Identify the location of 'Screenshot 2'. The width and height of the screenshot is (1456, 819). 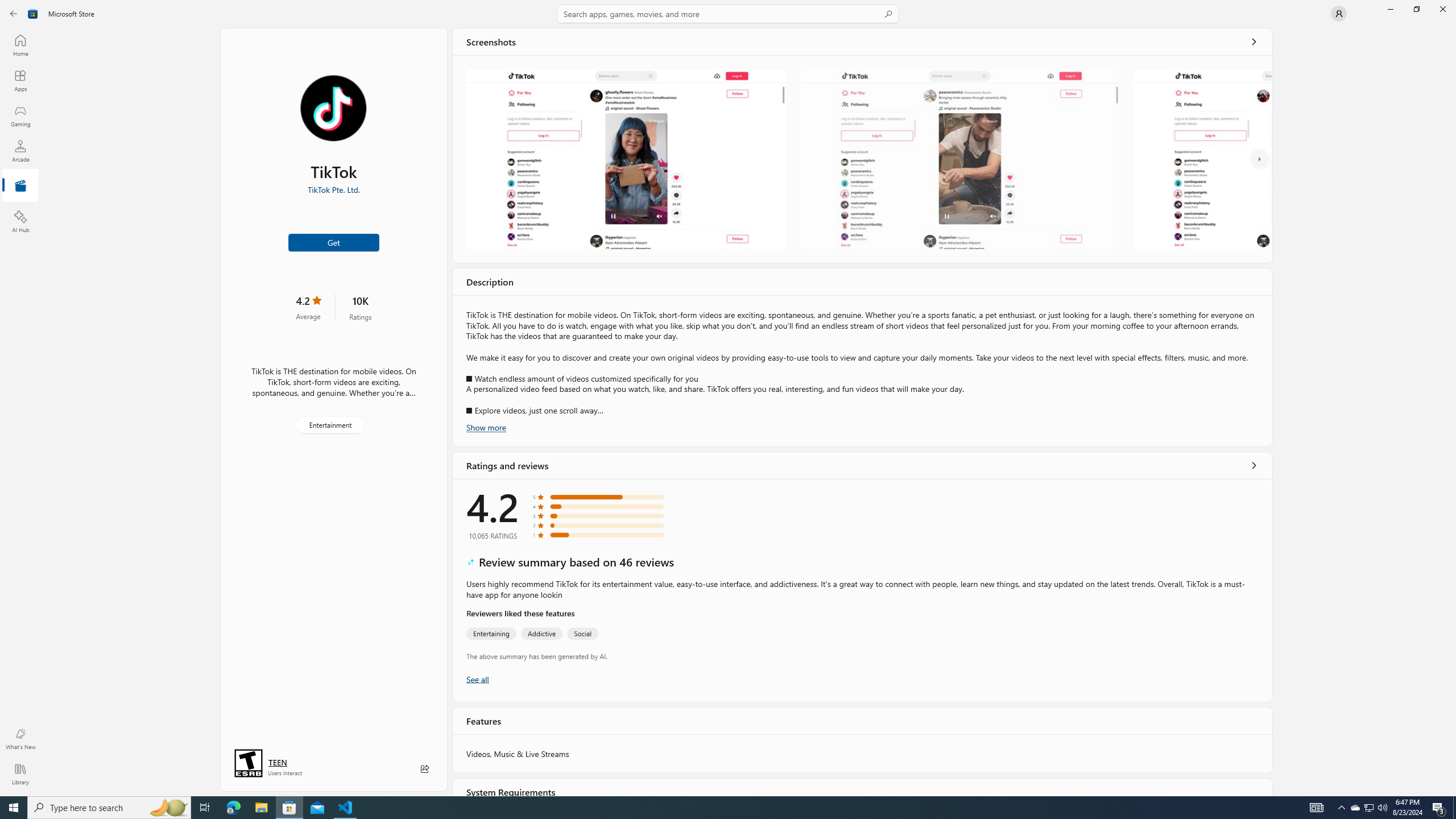
(959, 159).